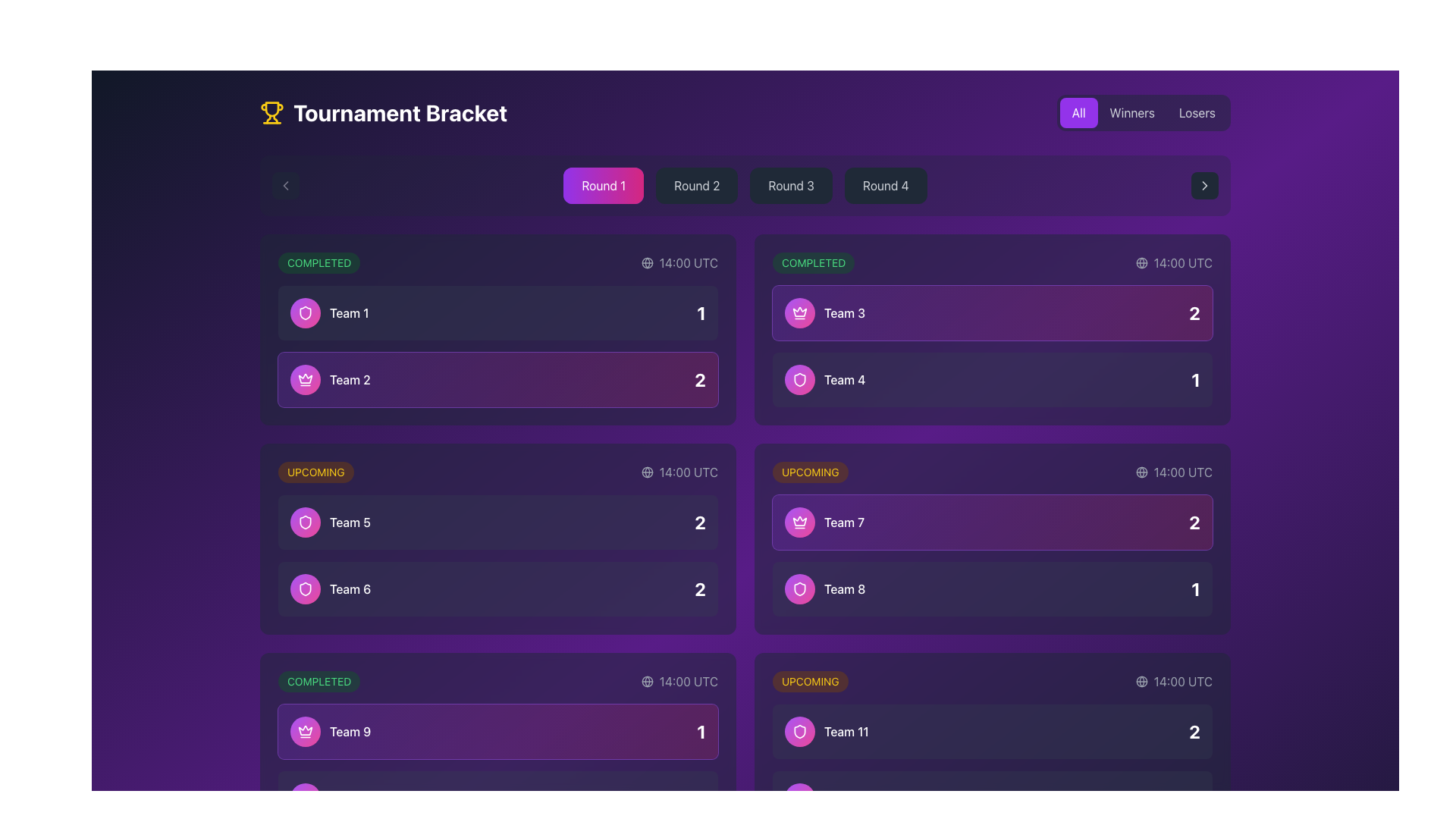  What do you see at coordinates (305, 522) in the screenshot?
I see `the icon representing 'Team 6', which is a visual indicator located immediately to the left of the team name in the 'Upcoming' category` at bounding box center [305, 522].